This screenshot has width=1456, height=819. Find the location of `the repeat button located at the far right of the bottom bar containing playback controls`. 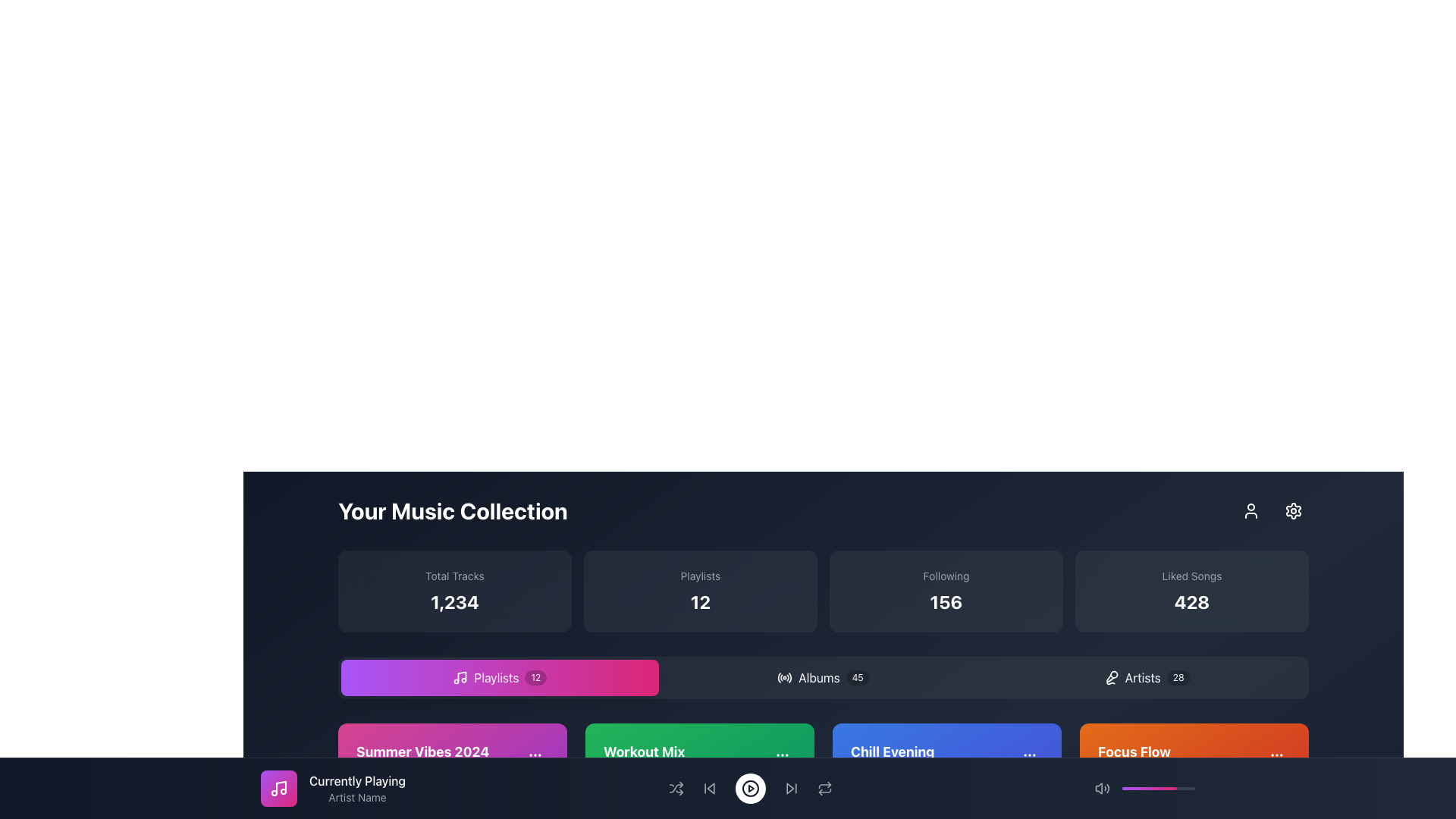

the repeat button located at the far right of the bottom bar containing playback controls is located at coordinates (824, 788).